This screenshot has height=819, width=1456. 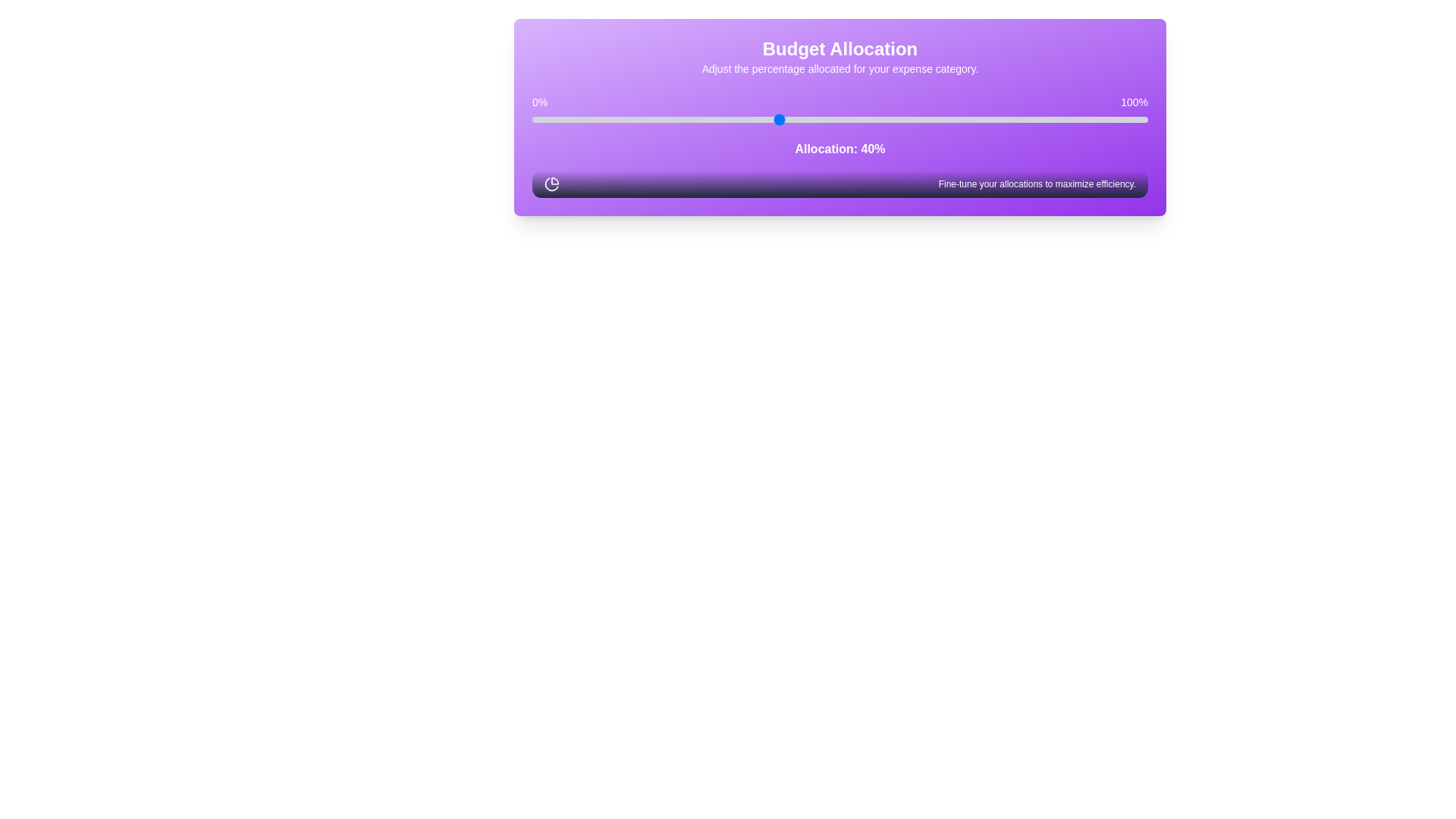 I want to click on the allocation percentage, so click(x=1049, y=119).